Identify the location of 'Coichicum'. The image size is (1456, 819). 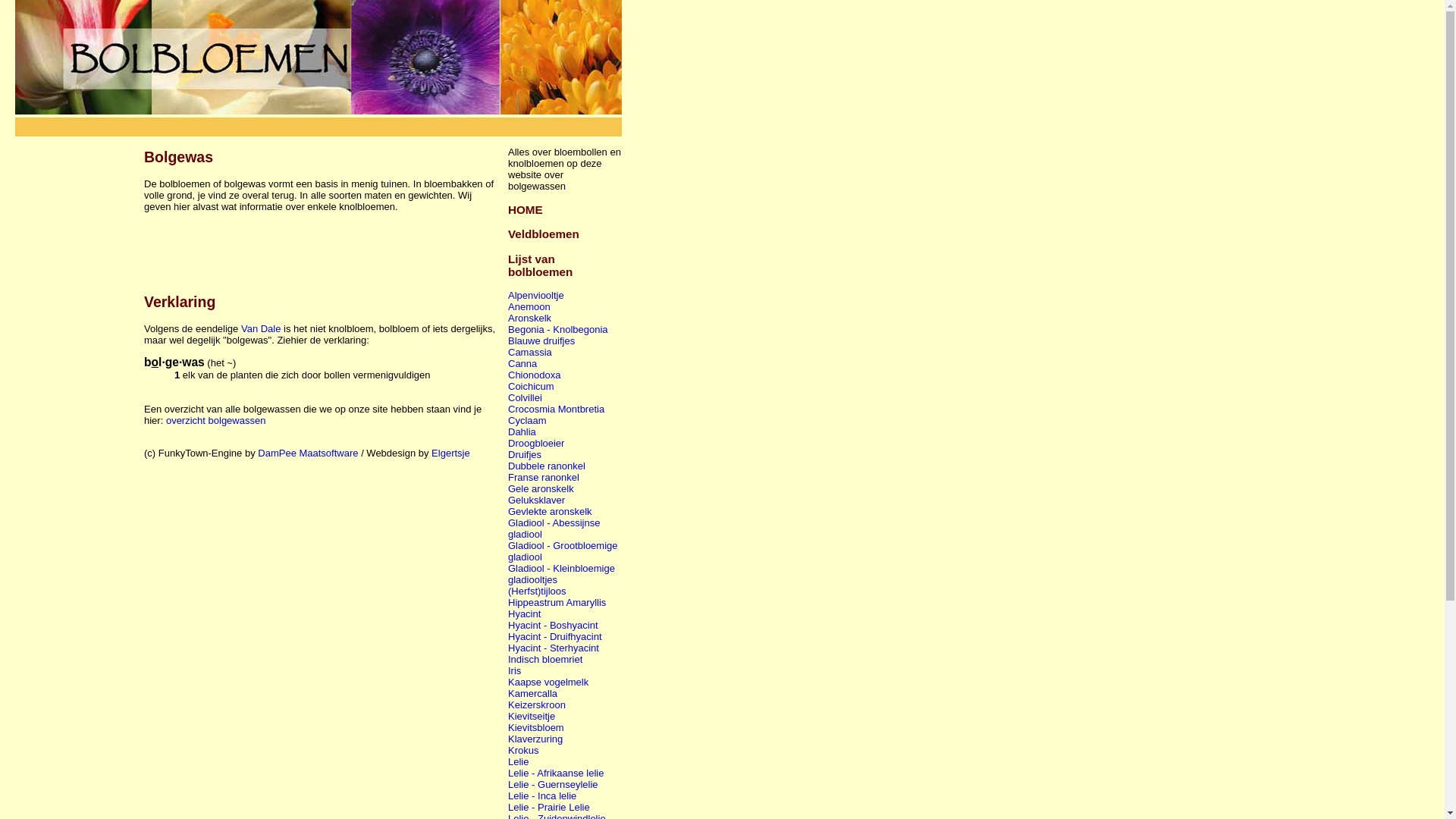
(531, 385).